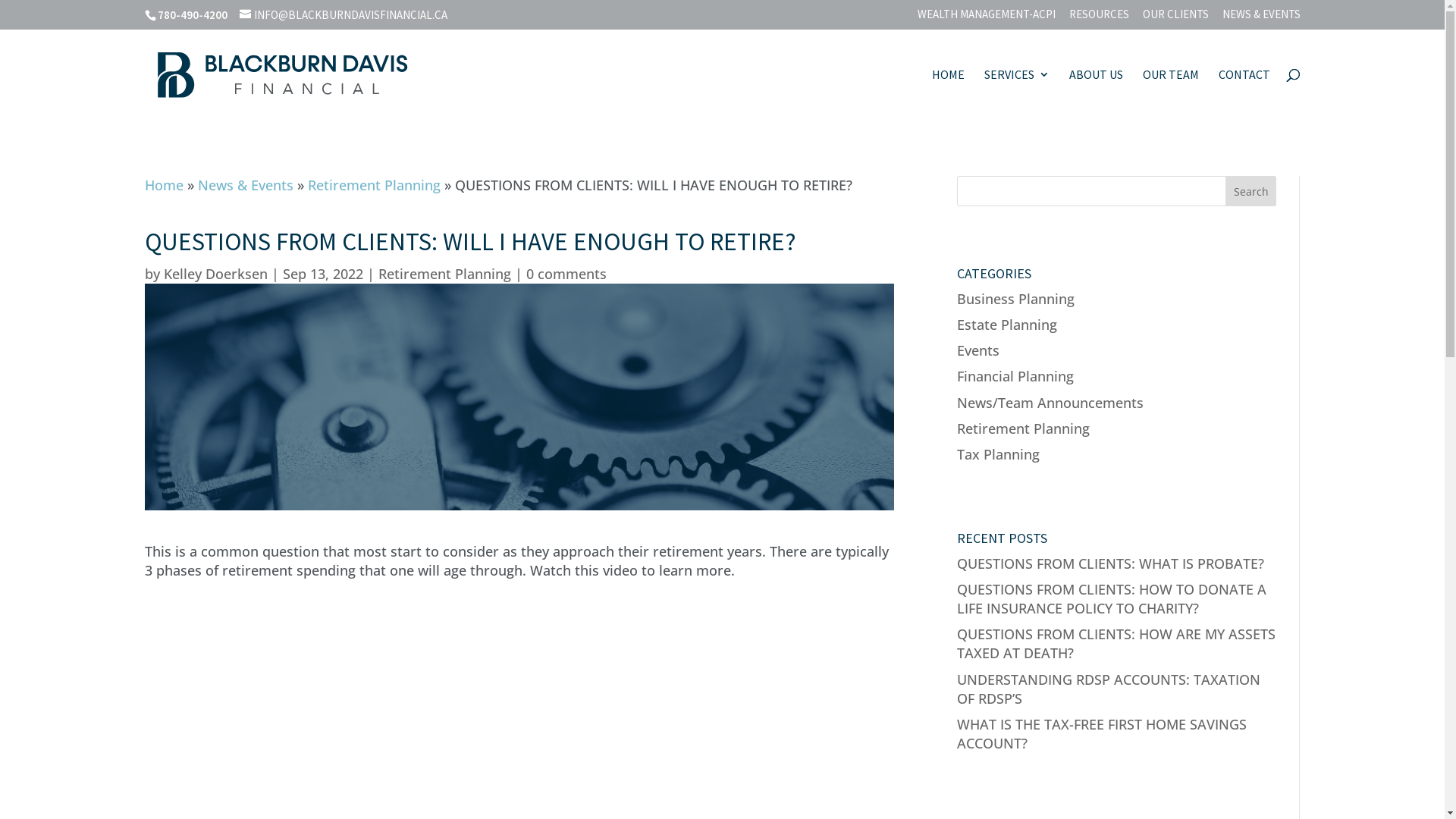 This screenshot has height=819, width=1456. Describe the element at coordinates (1016, 93) in the screenshot. I see `'SERVICES'` at that location.